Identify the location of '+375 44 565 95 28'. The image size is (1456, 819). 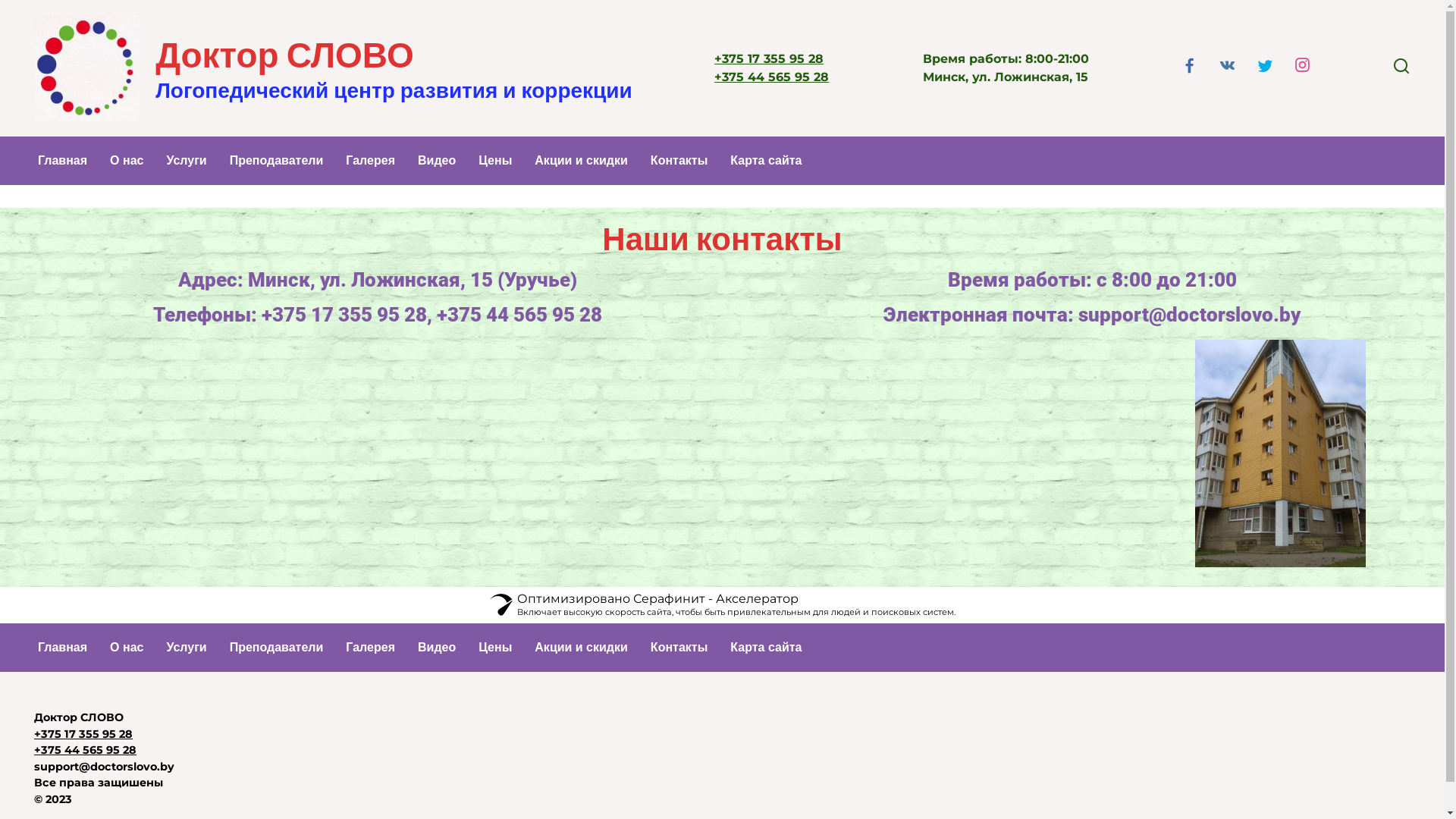
(84, 748).